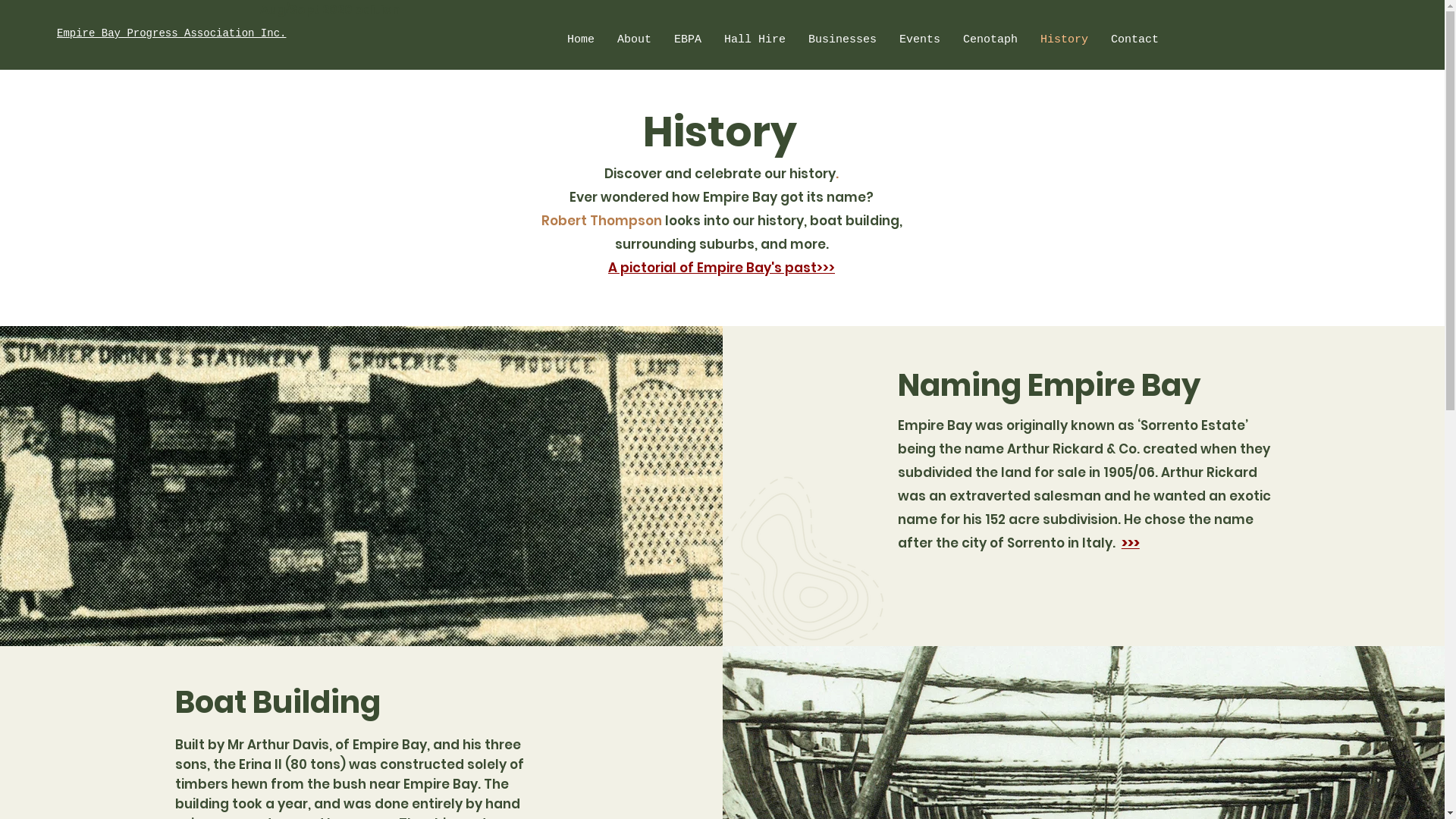 This screenshot has height=819, width=1456. What do you see at coordinates (687, 39) in the screenshot?
I see `'EBPA'` at bounding box center [687, 39].